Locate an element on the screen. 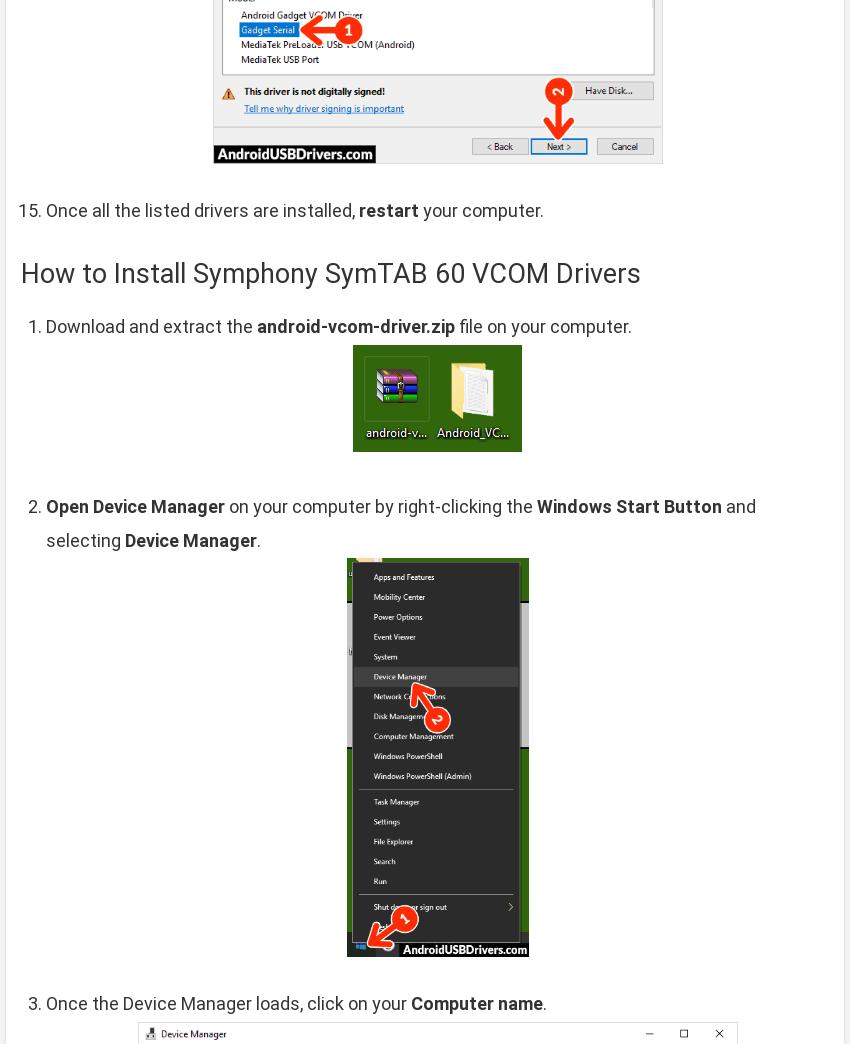 This screenshot has height=1044, width=850. 'restart' is located at coordinates (388, 209).